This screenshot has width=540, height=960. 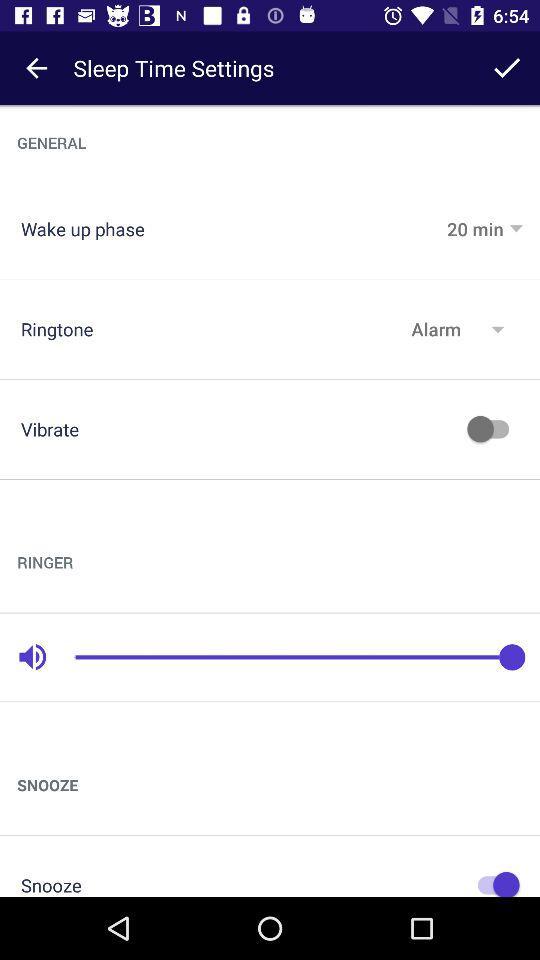 I want to click on hide button, so click(x=492, y=881).